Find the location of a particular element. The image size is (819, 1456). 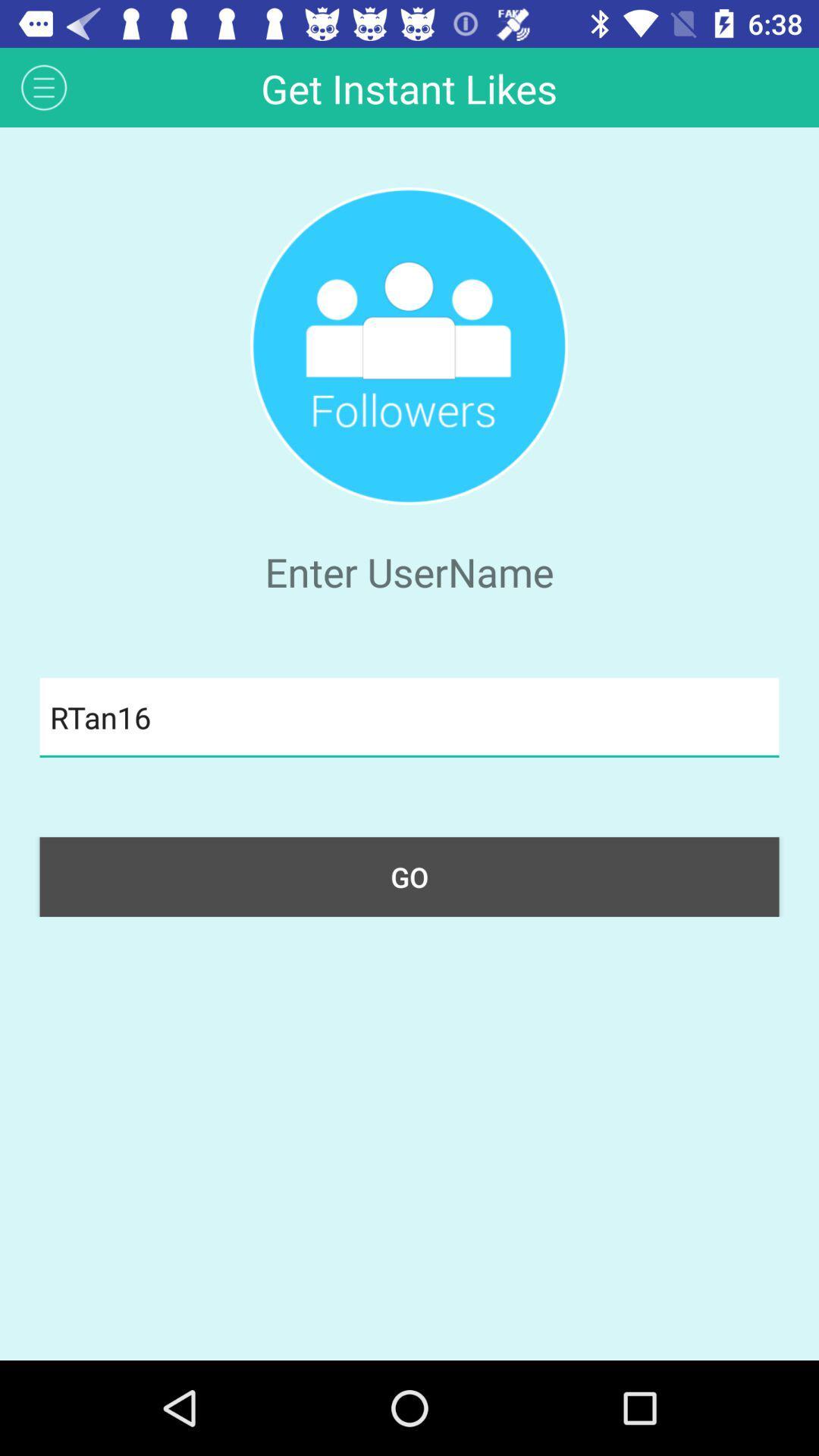

the menu icon is located at coordinates (43, 86).